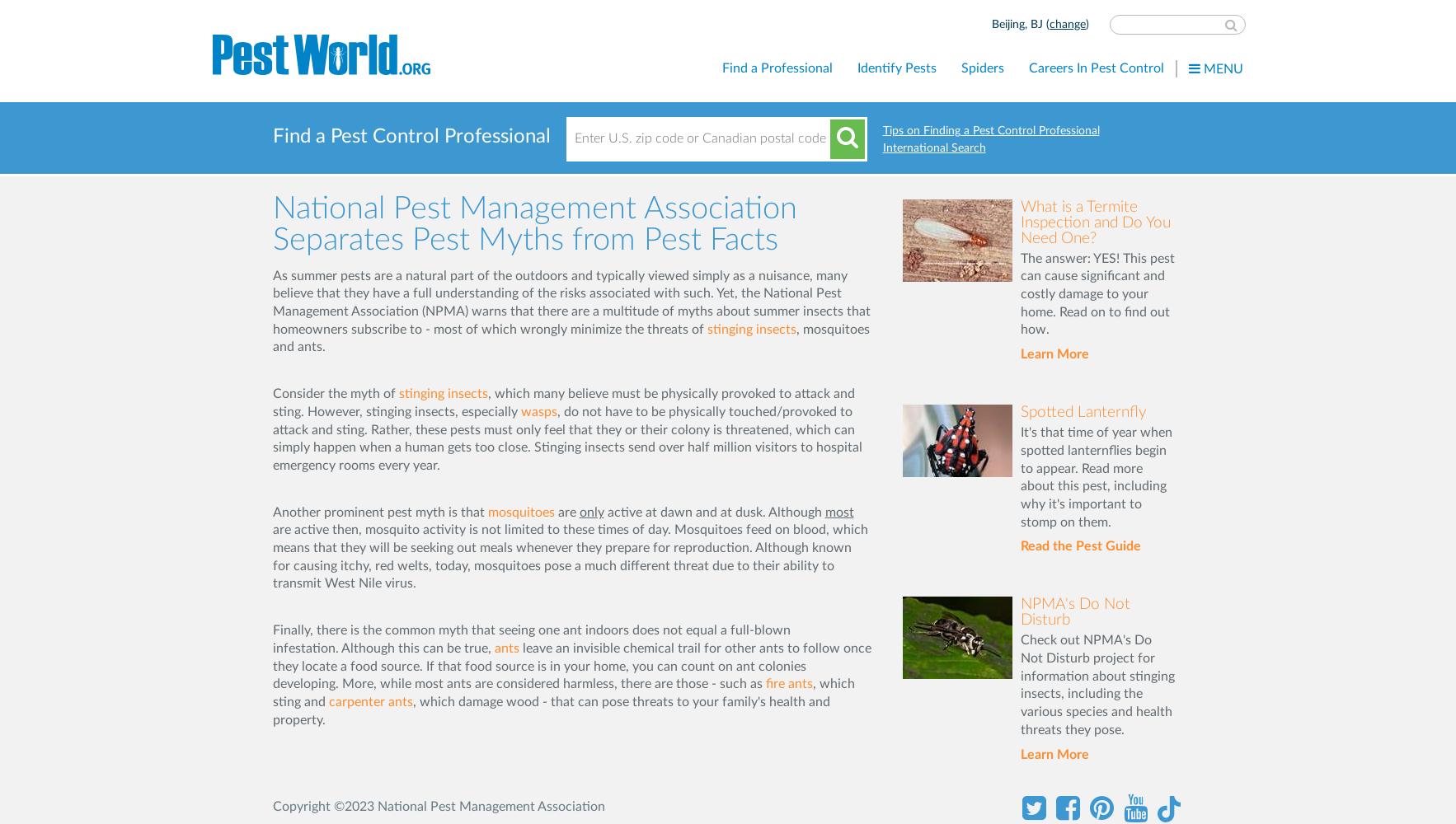 The width and height of the screenshot is (1456, 824). Describe the element at coordinates (1095, 476) in the screenshot. I see `'It's that time of year when spotted lanternflies begin to appear. Read more about this pest, including why it's important to stomp on them.'` at that location.